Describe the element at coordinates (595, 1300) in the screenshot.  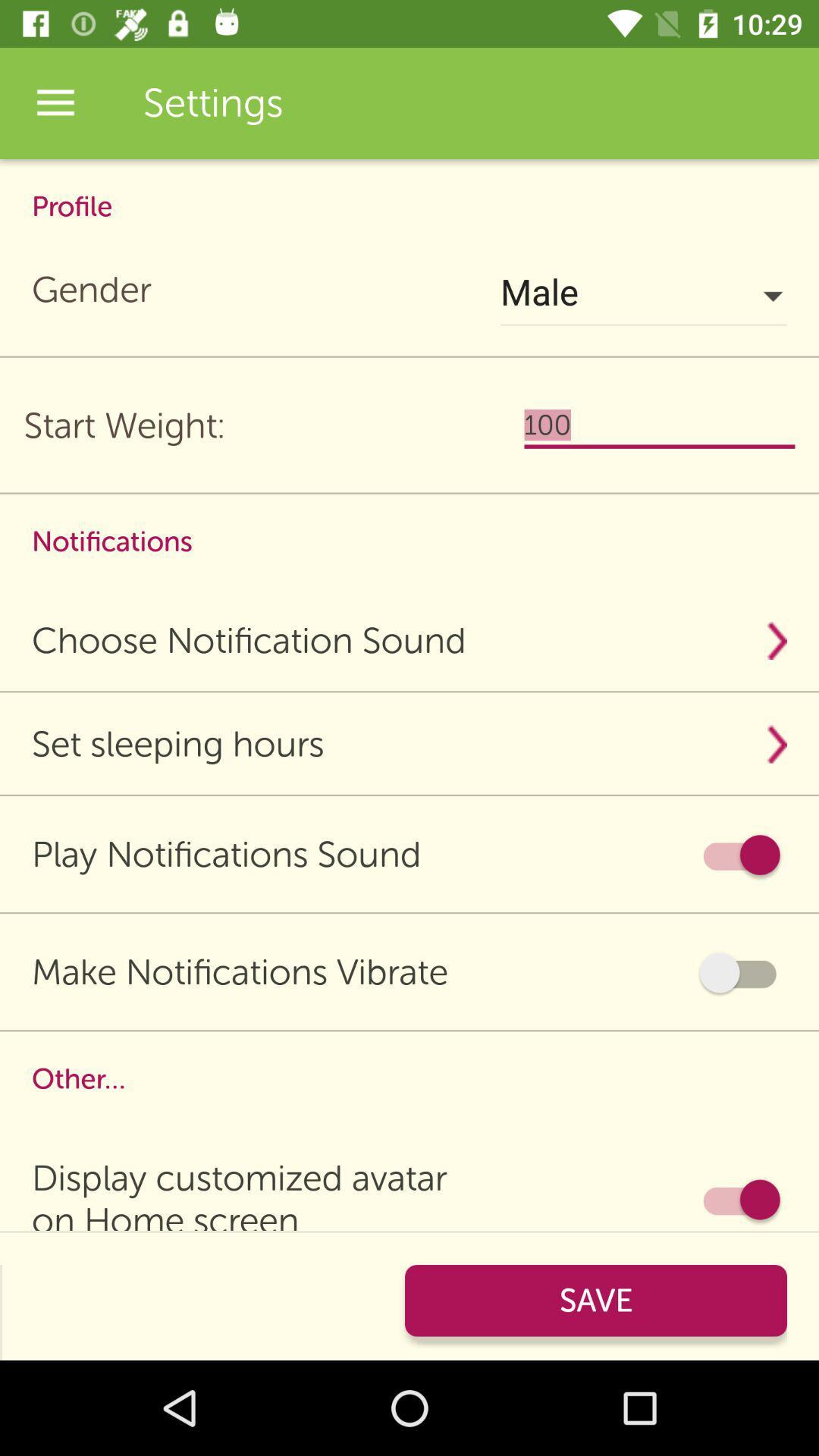
I see `save item` at that location.